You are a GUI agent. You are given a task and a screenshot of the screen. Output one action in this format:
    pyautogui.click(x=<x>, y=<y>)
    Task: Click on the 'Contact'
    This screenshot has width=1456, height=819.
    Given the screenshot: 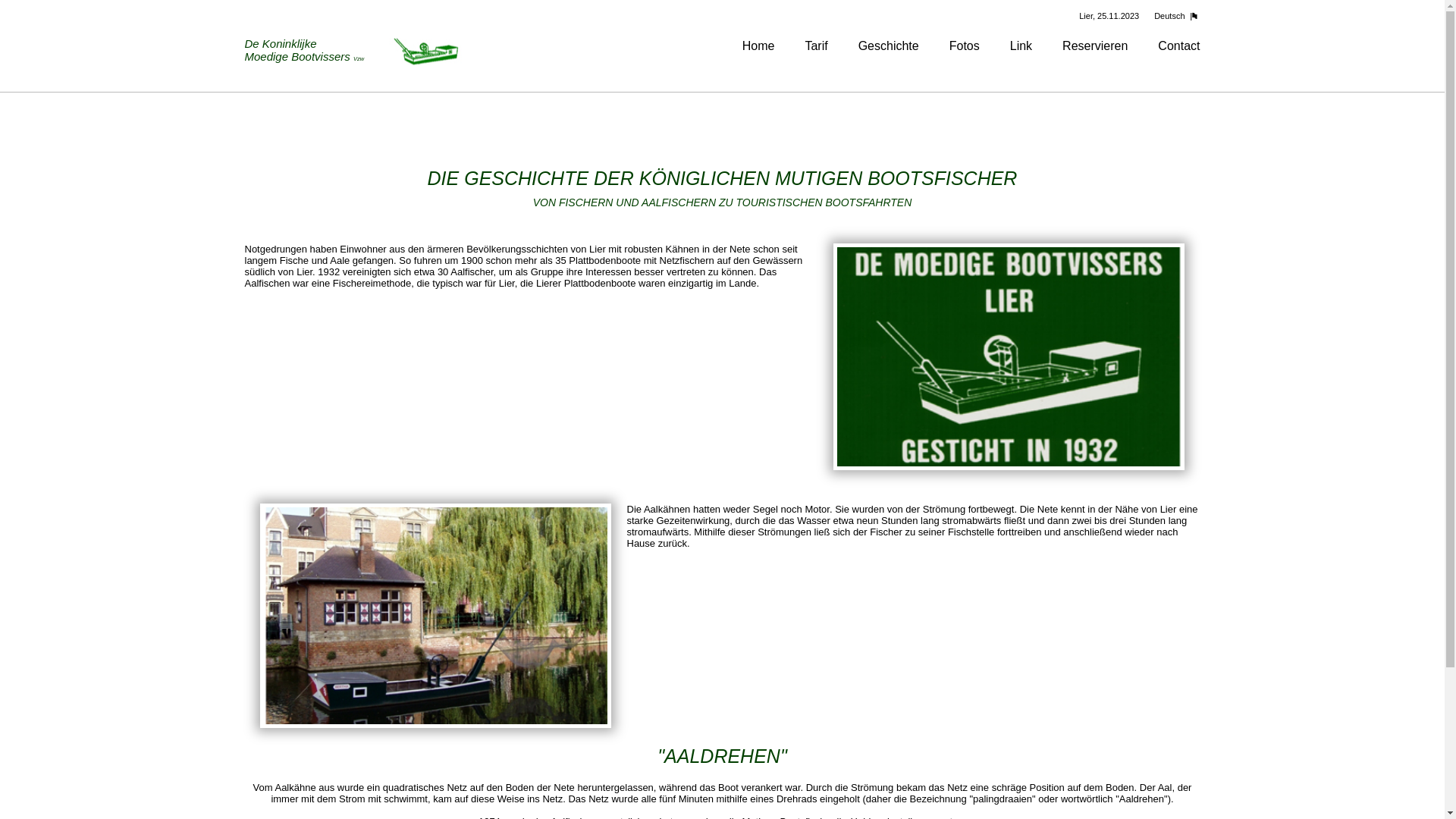 What is the action you would take?
    pyautogui.click(x=1178, y=45)
    